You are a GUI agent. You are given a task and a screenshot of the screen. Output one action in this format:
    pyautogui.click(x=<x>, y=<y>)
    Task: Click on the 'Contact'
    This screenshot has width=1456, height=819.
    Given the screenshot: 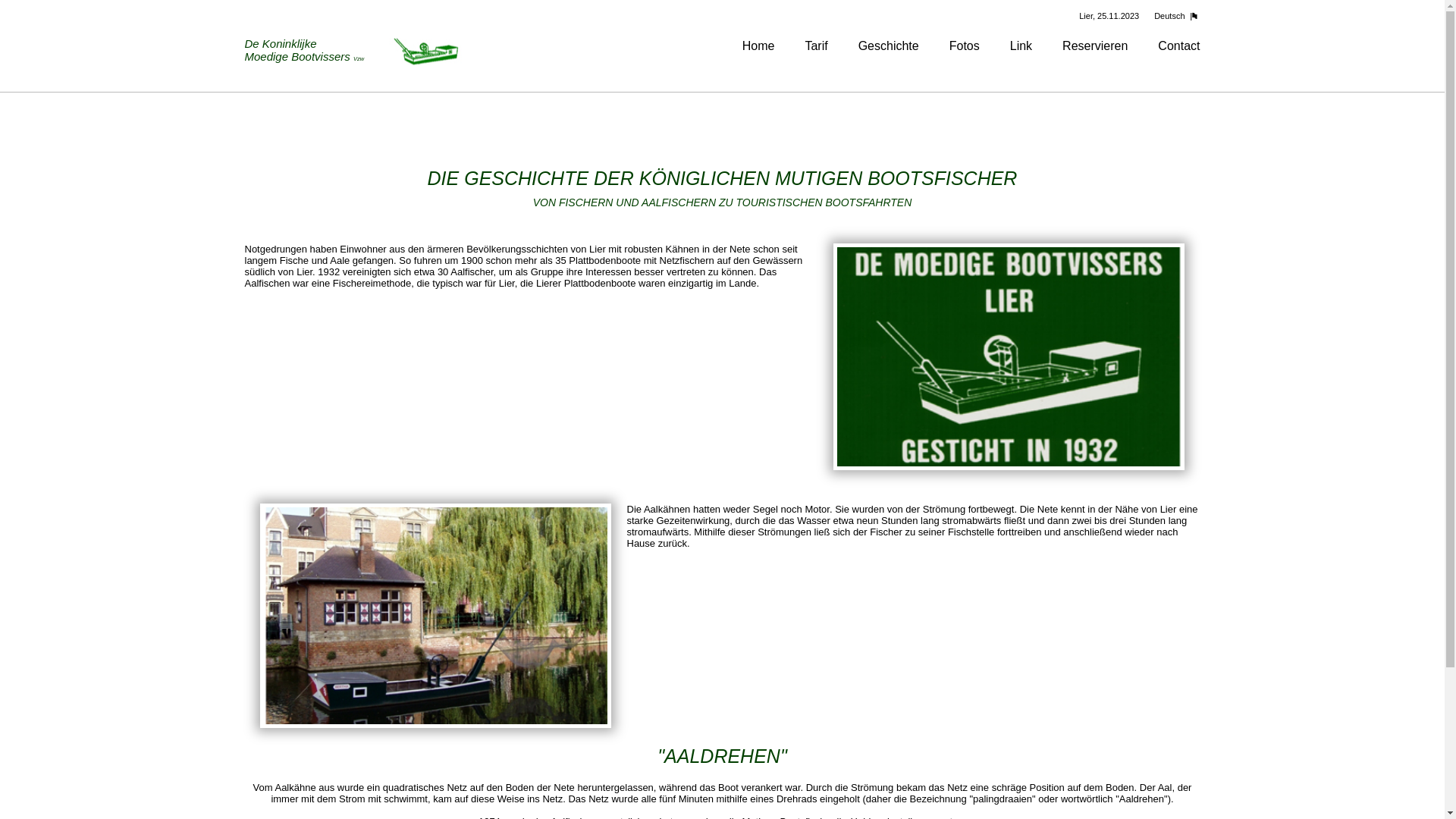 What is the action you would take?
    pyautogui.click(x=1178, y=45)
    